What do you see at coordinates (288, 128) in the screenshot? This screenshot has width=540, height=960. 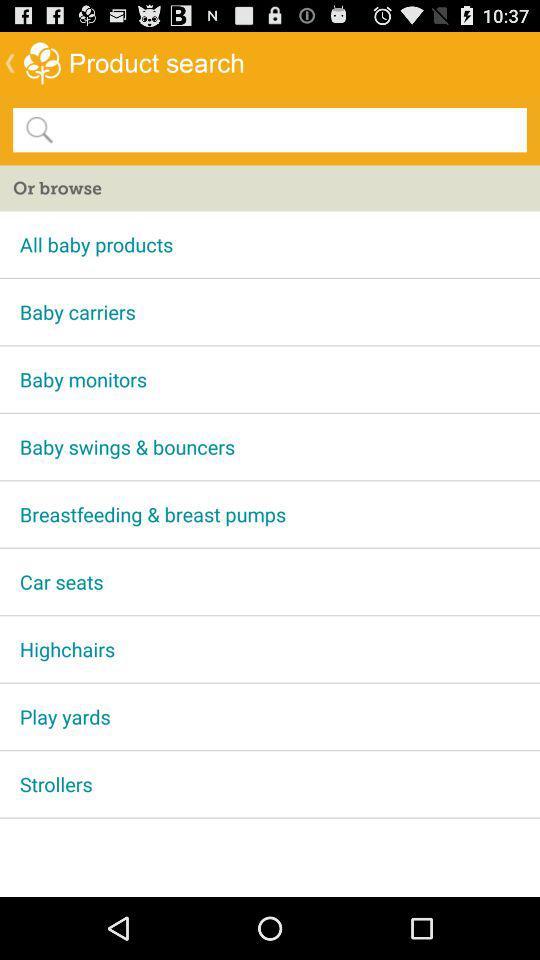 I see `search the product` at bounding box center [288, 128].